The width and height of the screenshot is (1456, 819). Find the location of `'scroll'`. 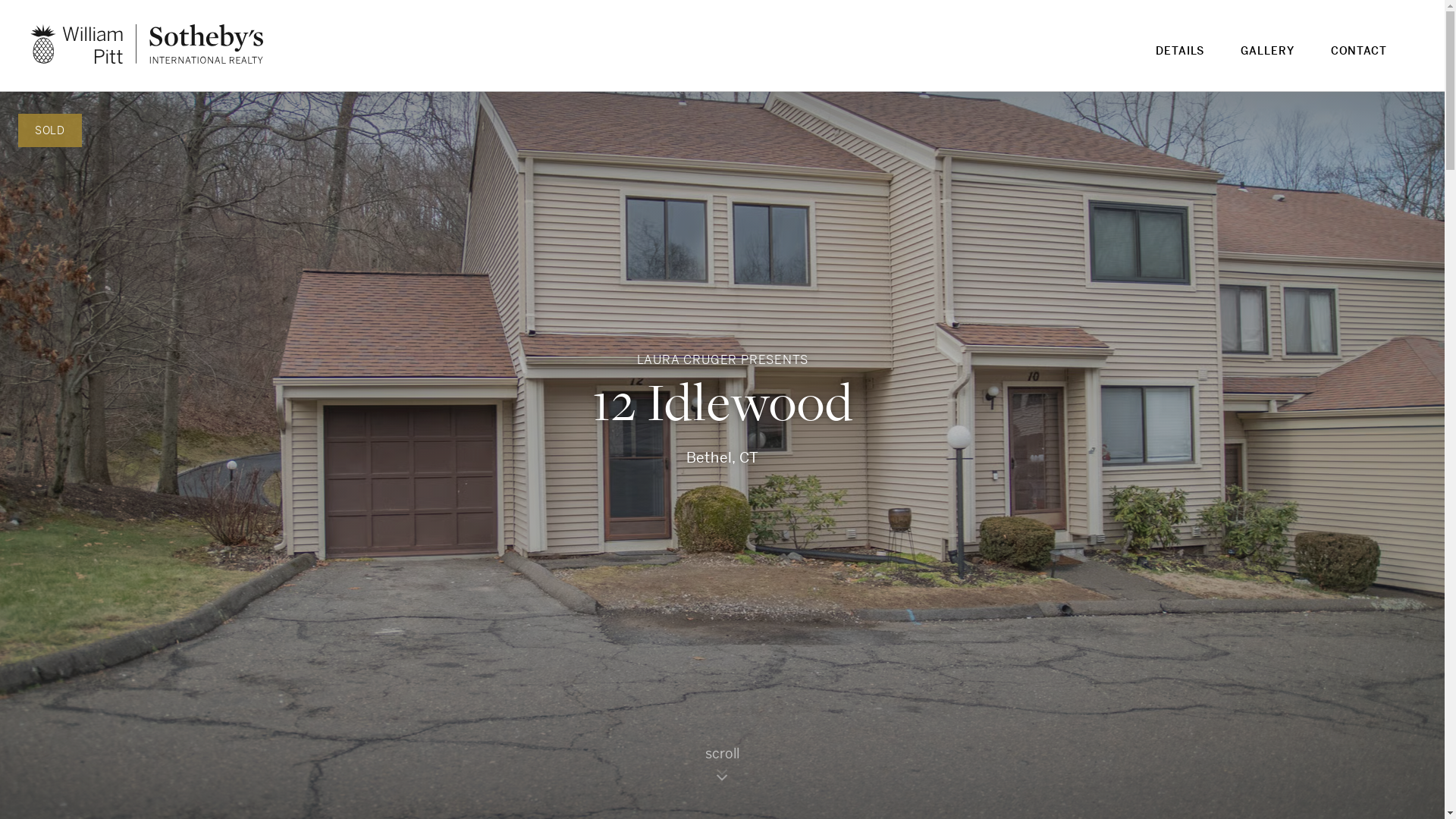

'scroll' is located at coordinates (722, 770).